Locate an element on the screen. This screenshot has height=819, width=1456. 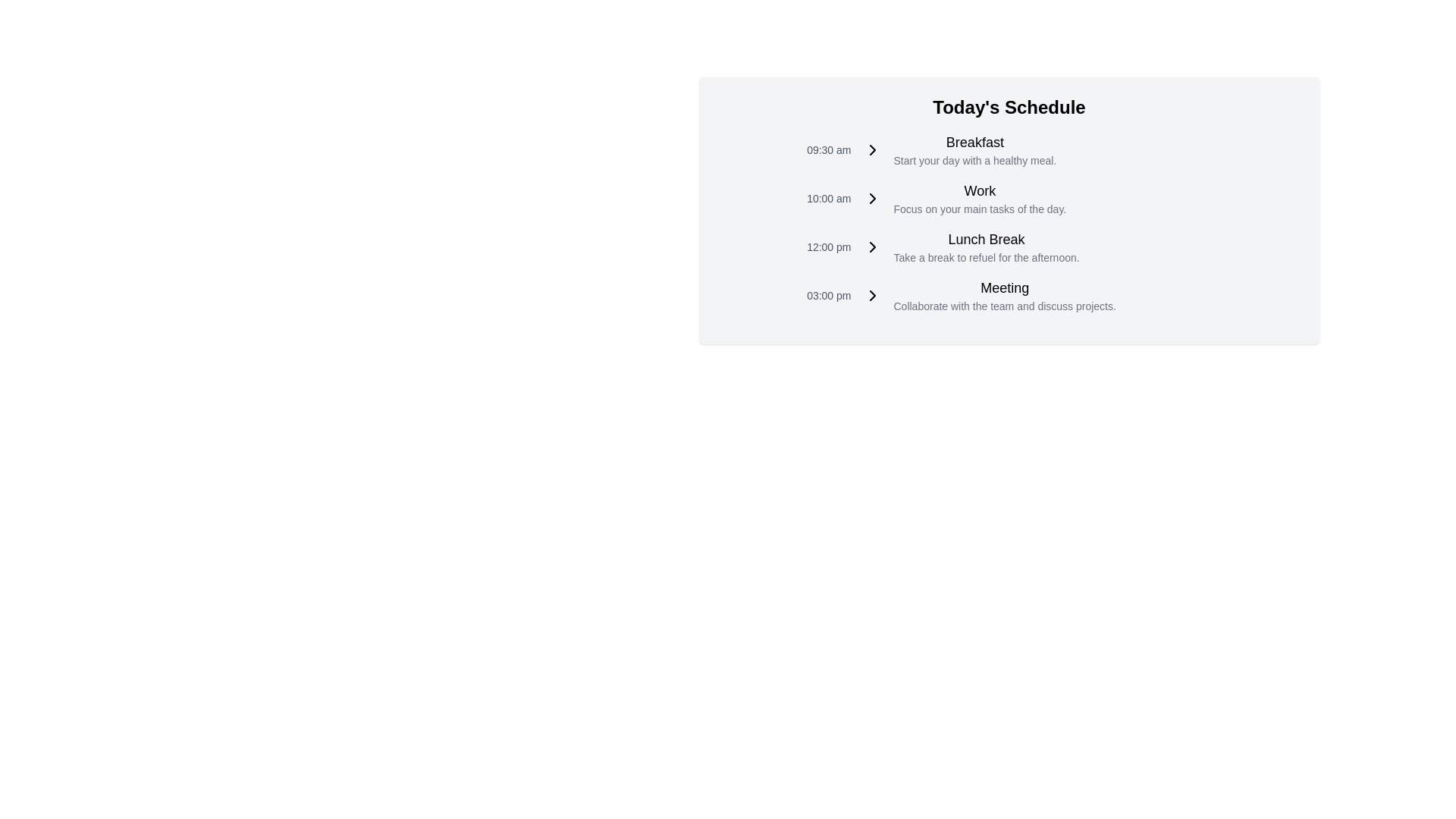
the text label titled 'Meeting' which denotes the title of an event in the schedule, located under the 03:00 pm time slot is located at coordinates (1005, 288).